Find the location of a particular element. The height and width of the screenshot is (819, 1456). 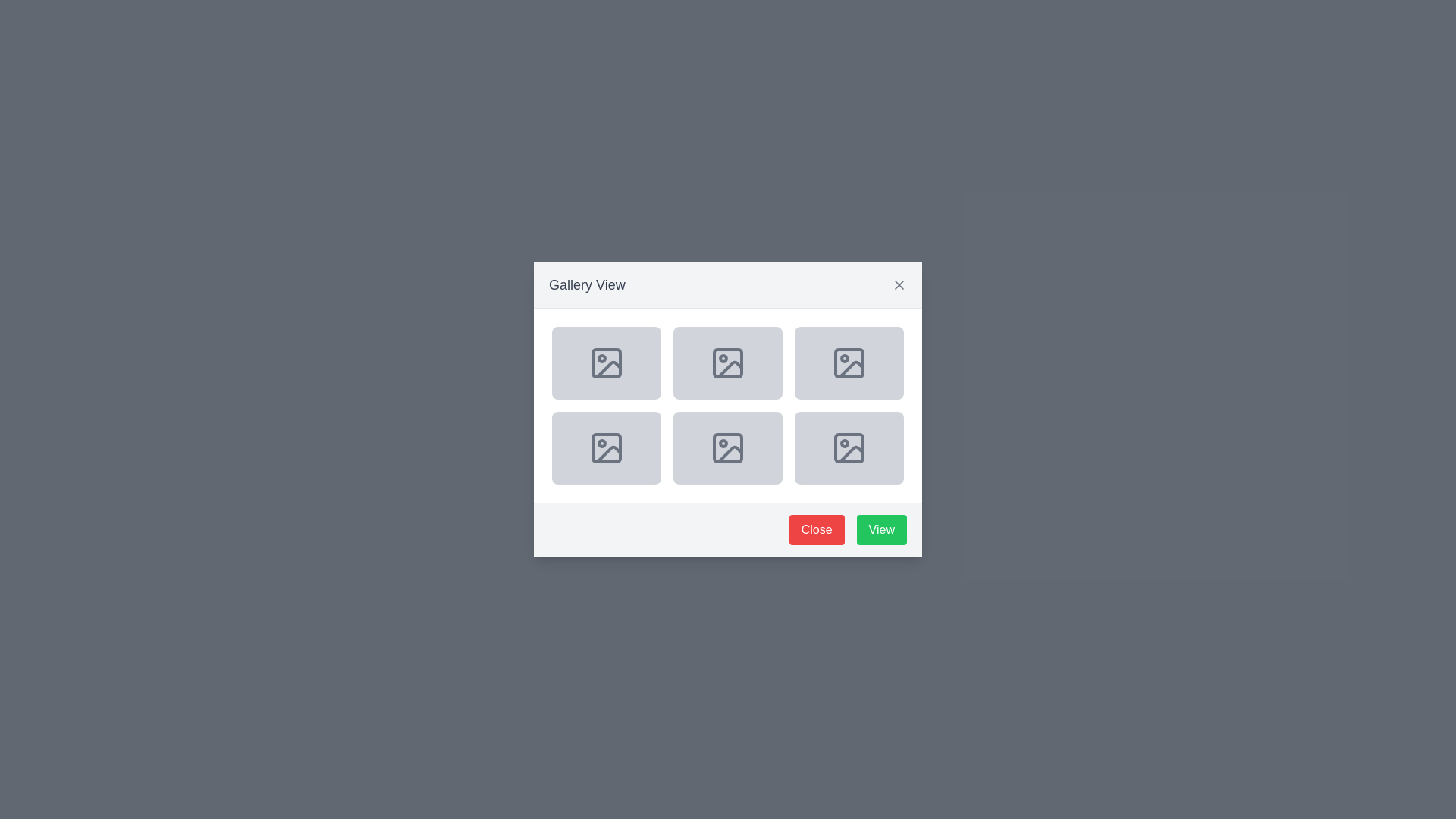

the rectangular SVG element located in the top-right cell of the 2x3 gallery layout, which represents an image thumbnail is located at coordinates (848, 362).